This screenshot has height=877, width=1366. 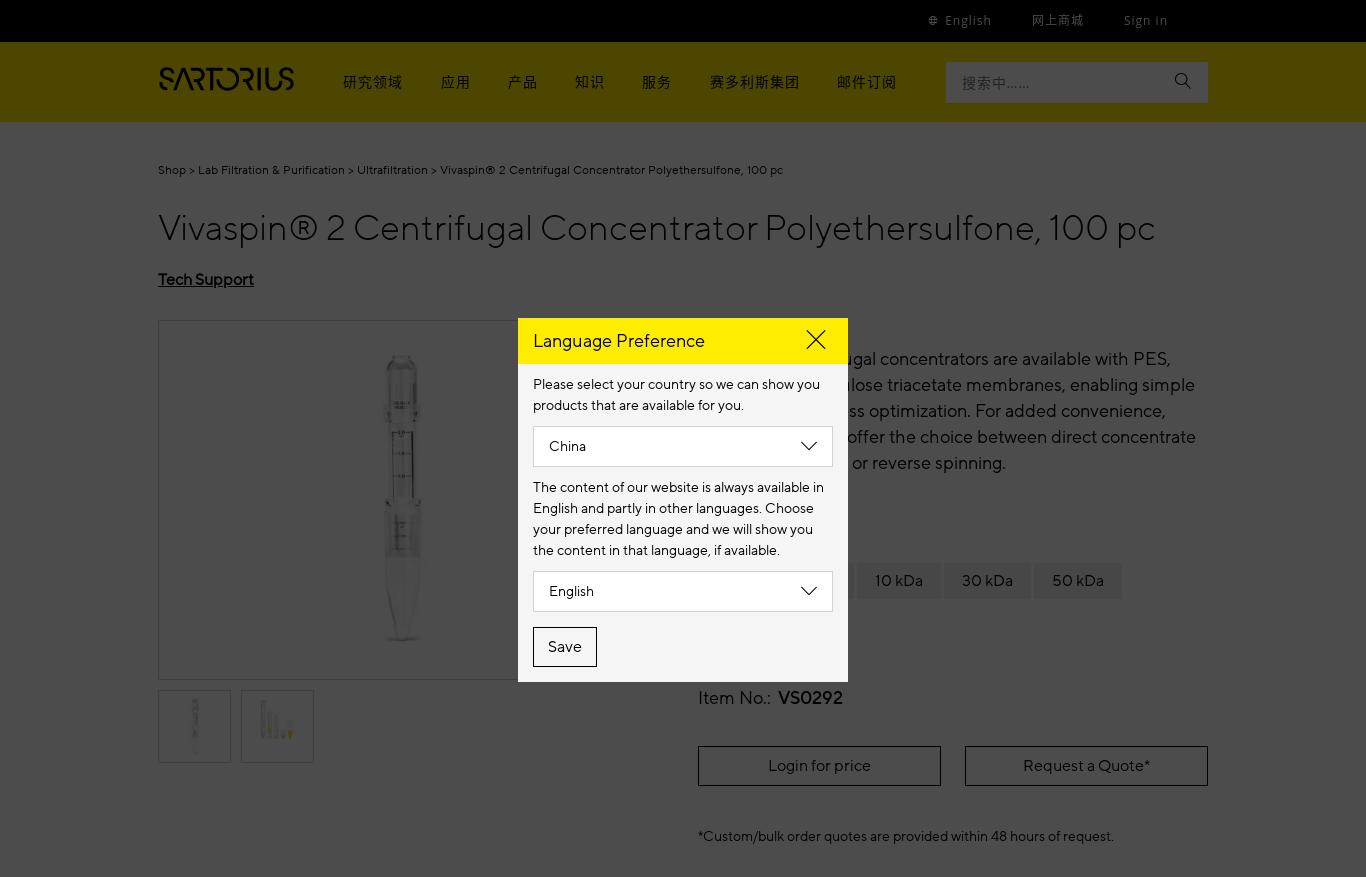 What do you see at coordinates (1145, 19) in the screenshot?
I see `'Sign in'` at bounding box center [1145, 19].